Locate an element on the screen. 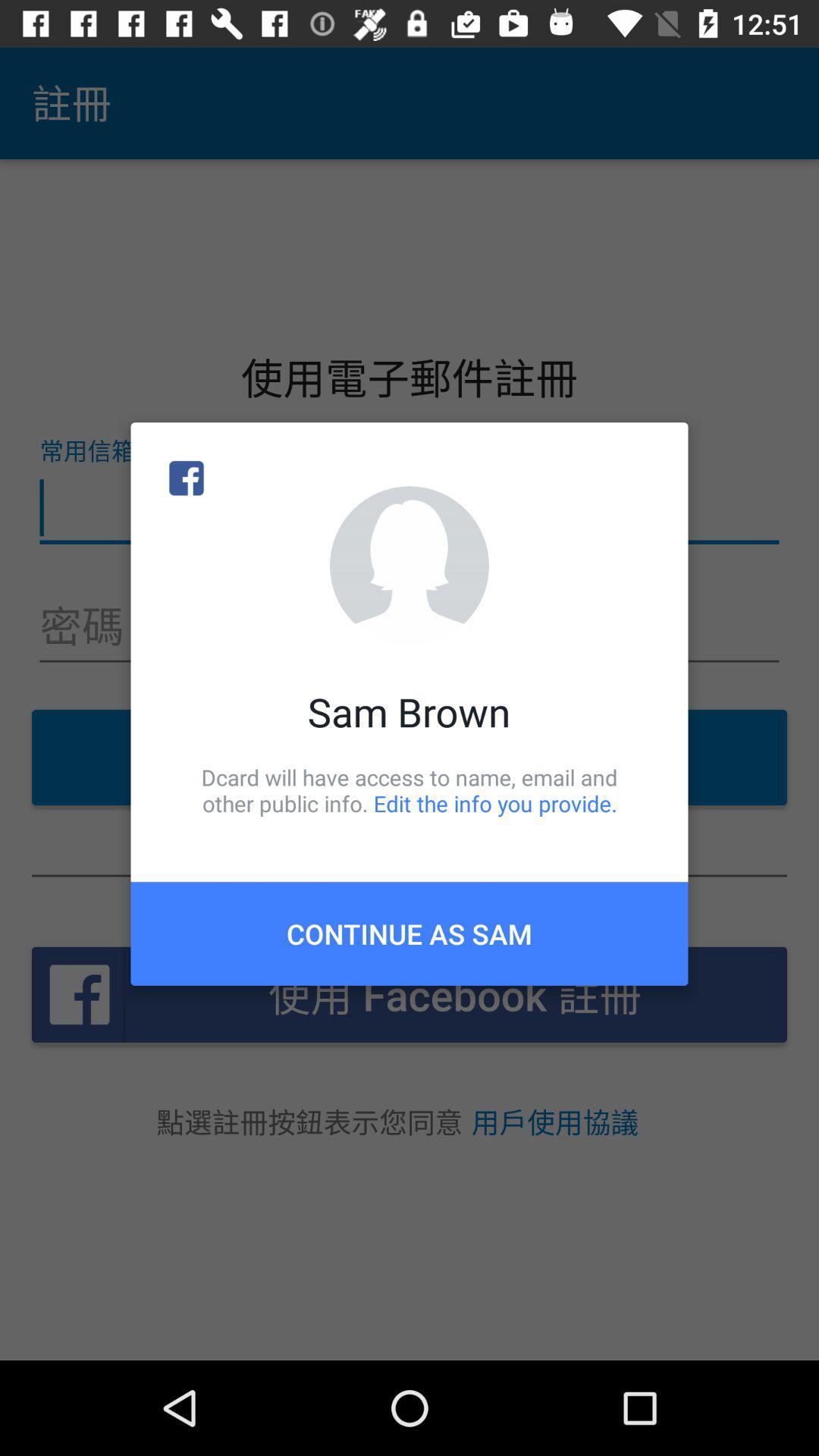 This screenshot has height=1456, width=819. the continue as sam is located at coordinates (409, 933).